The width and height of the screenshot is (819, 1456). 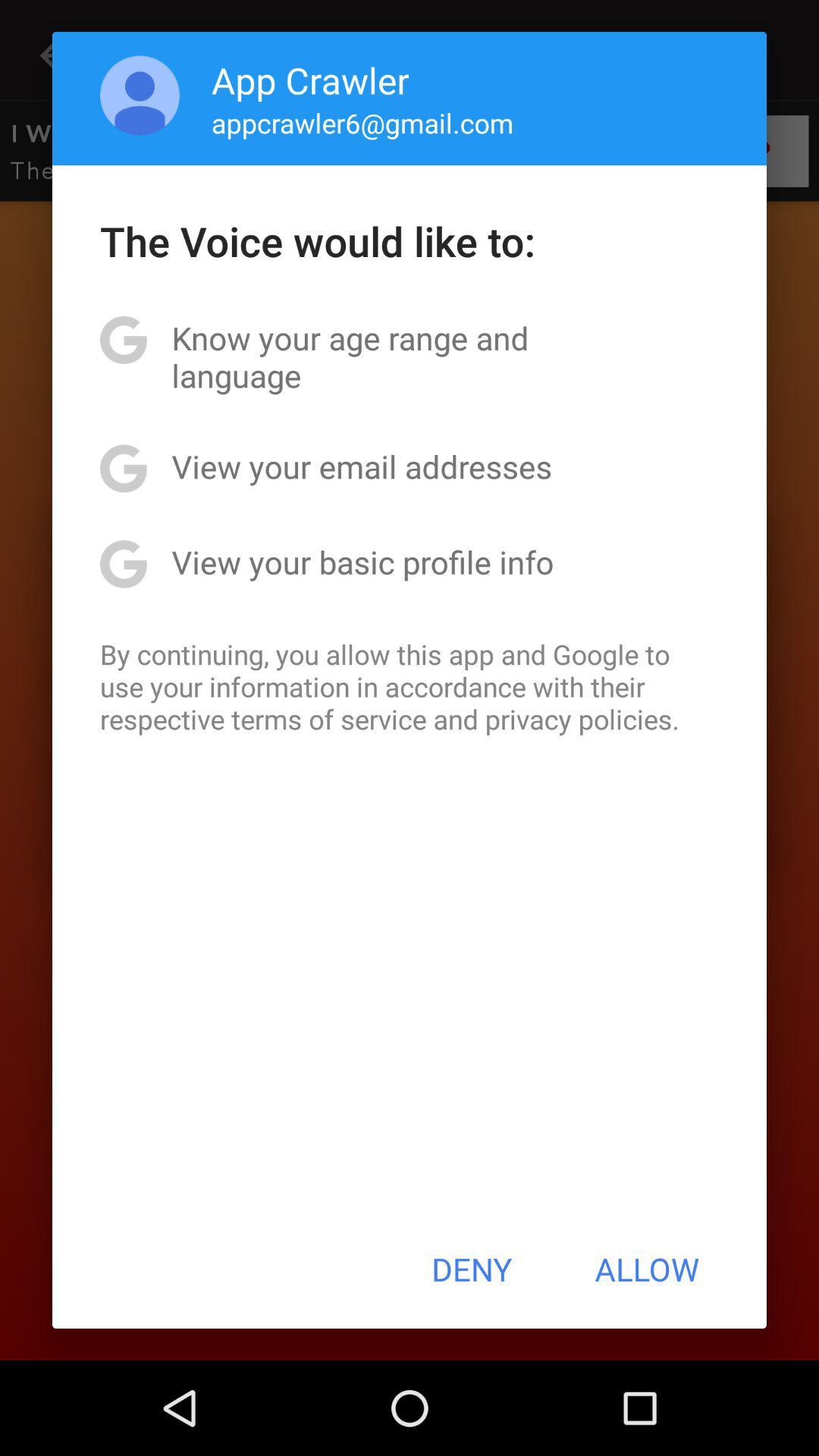 What do you see at coordinates (471, 1269) in the screenshot?
I see `the icon to the left of allow item` at bounding box center [471, 1269].